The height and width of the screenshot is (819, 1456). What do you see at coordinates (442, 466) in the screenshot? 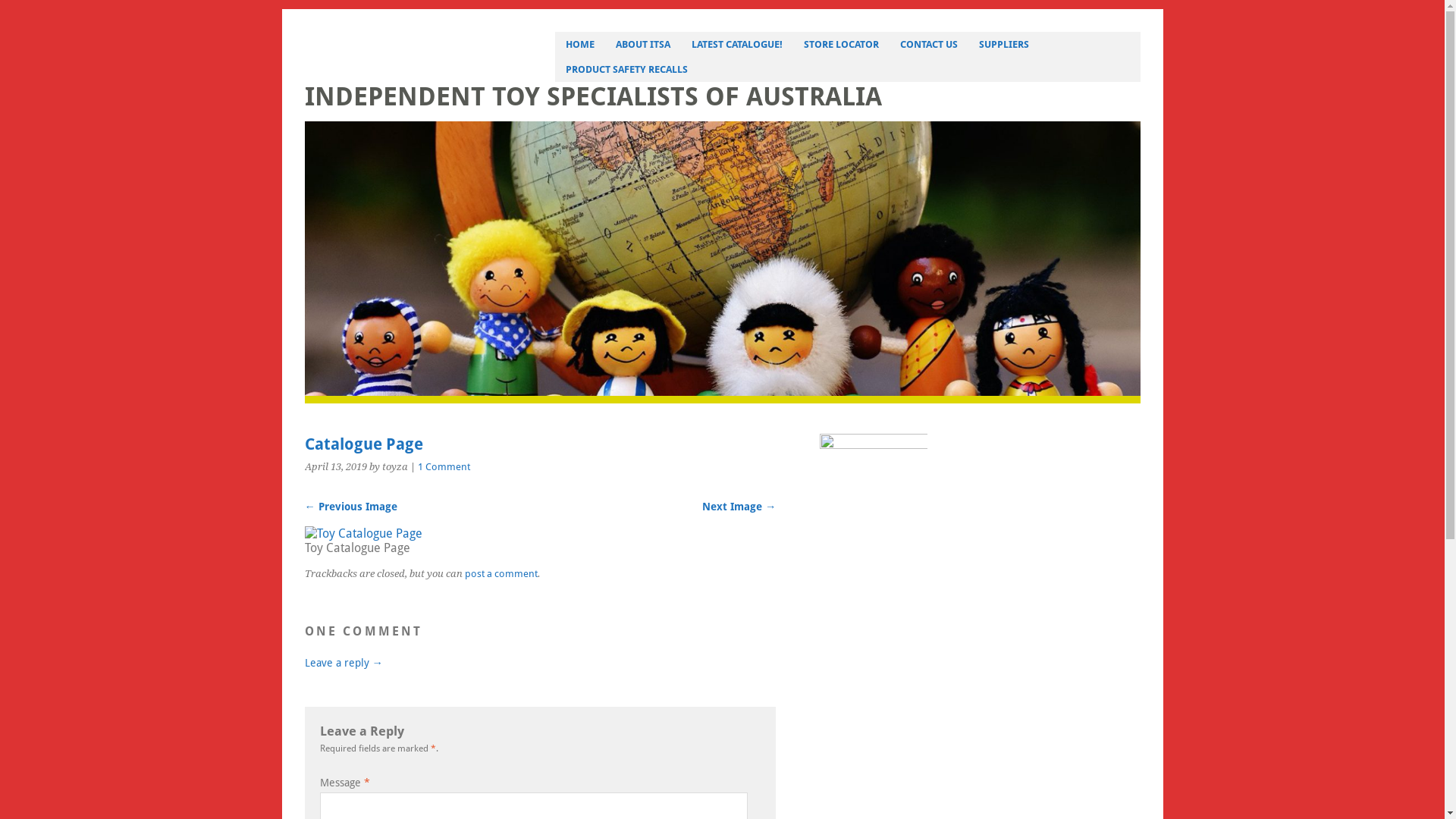
I see `'1 Comment'` at bounding box center [442, 466].